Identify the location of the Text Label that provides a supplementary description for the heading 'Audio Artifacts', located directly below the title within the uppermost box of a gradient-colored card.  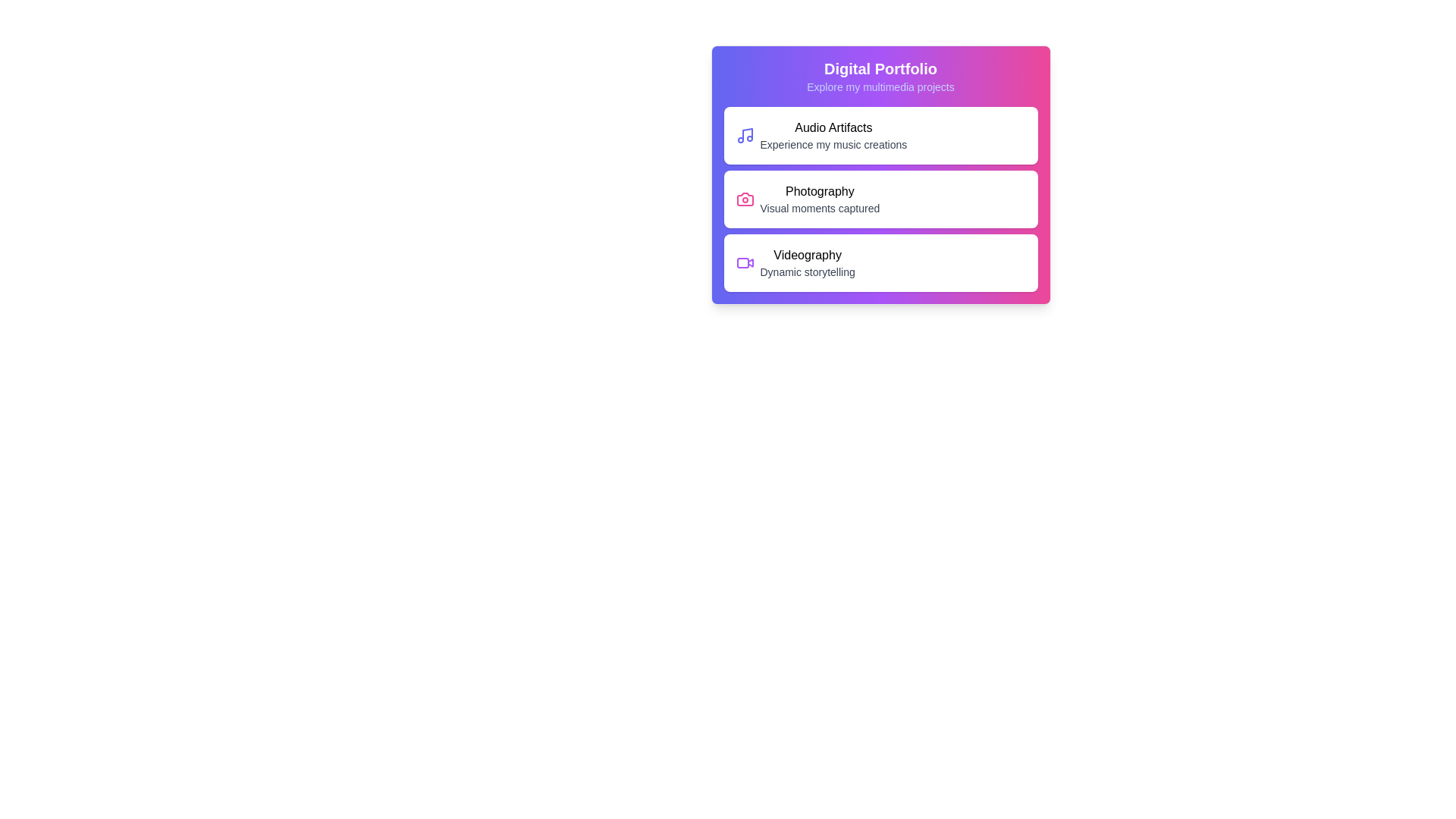
(833, 145).